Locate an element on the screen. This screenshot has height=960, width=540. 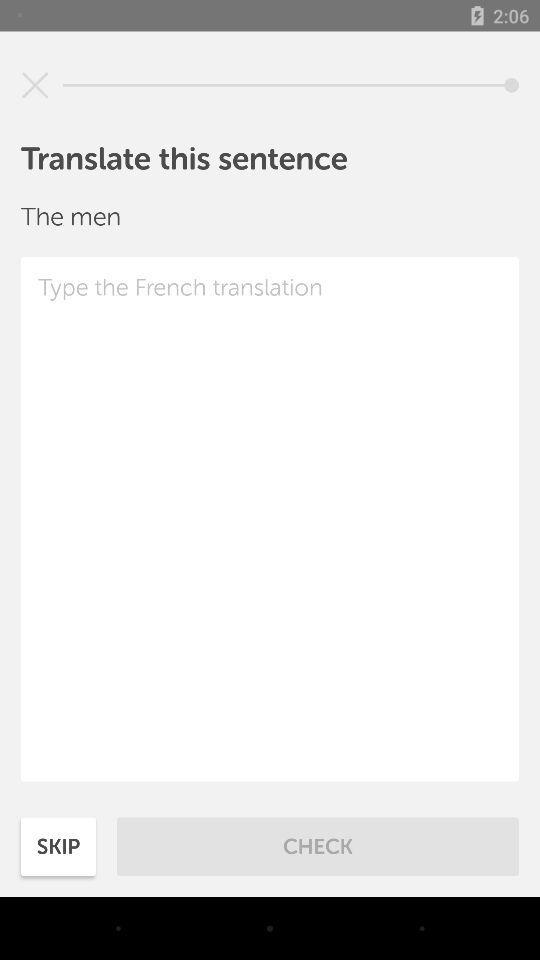
icon at the center is located at coordinates (270, 518).